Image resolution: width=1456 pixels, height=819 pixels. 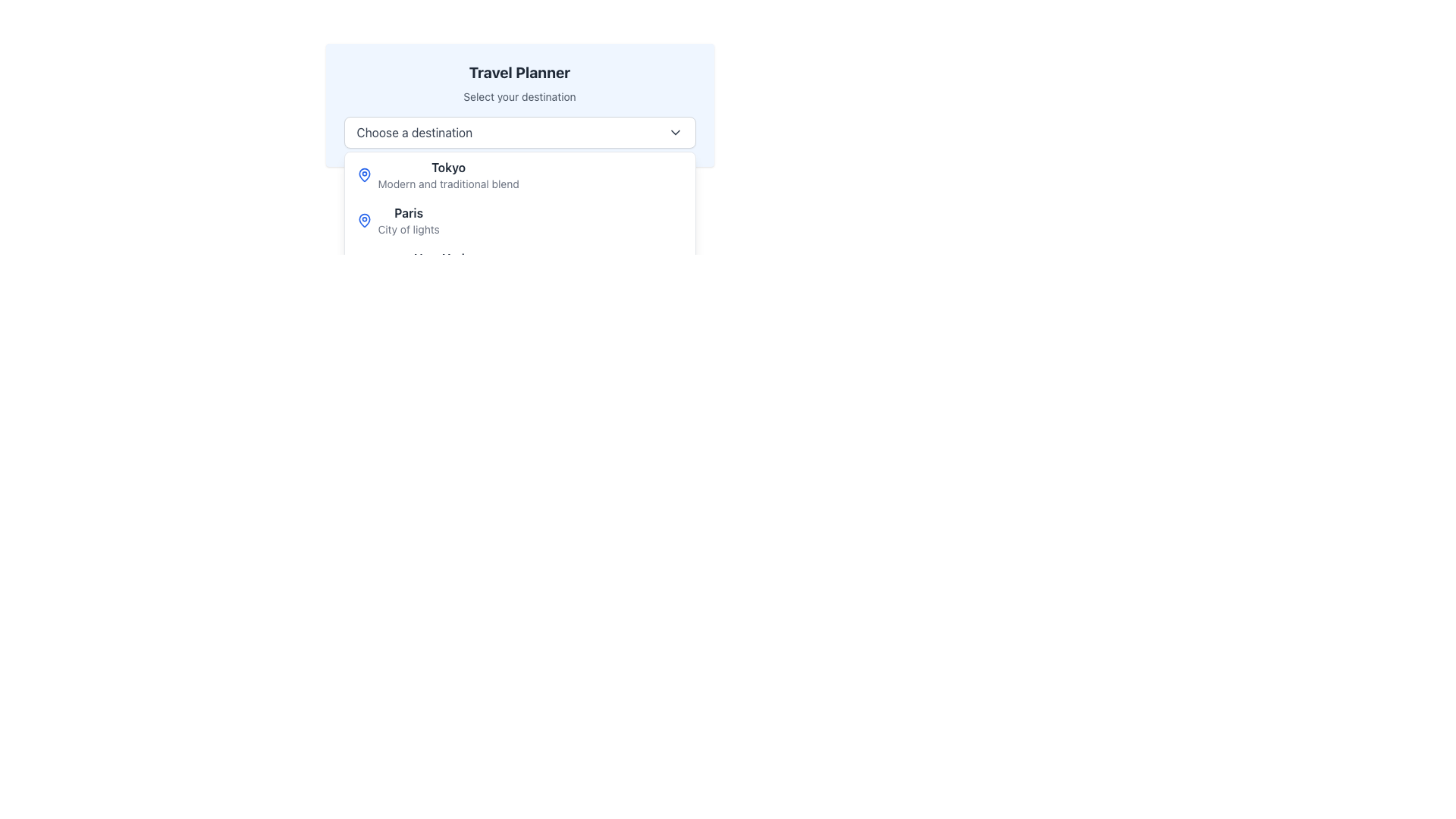 What do you see at coordinates (519, 265) in the screenshot?
I see `on the third list item in the dropdown menu` at bounding box center [519, 265].